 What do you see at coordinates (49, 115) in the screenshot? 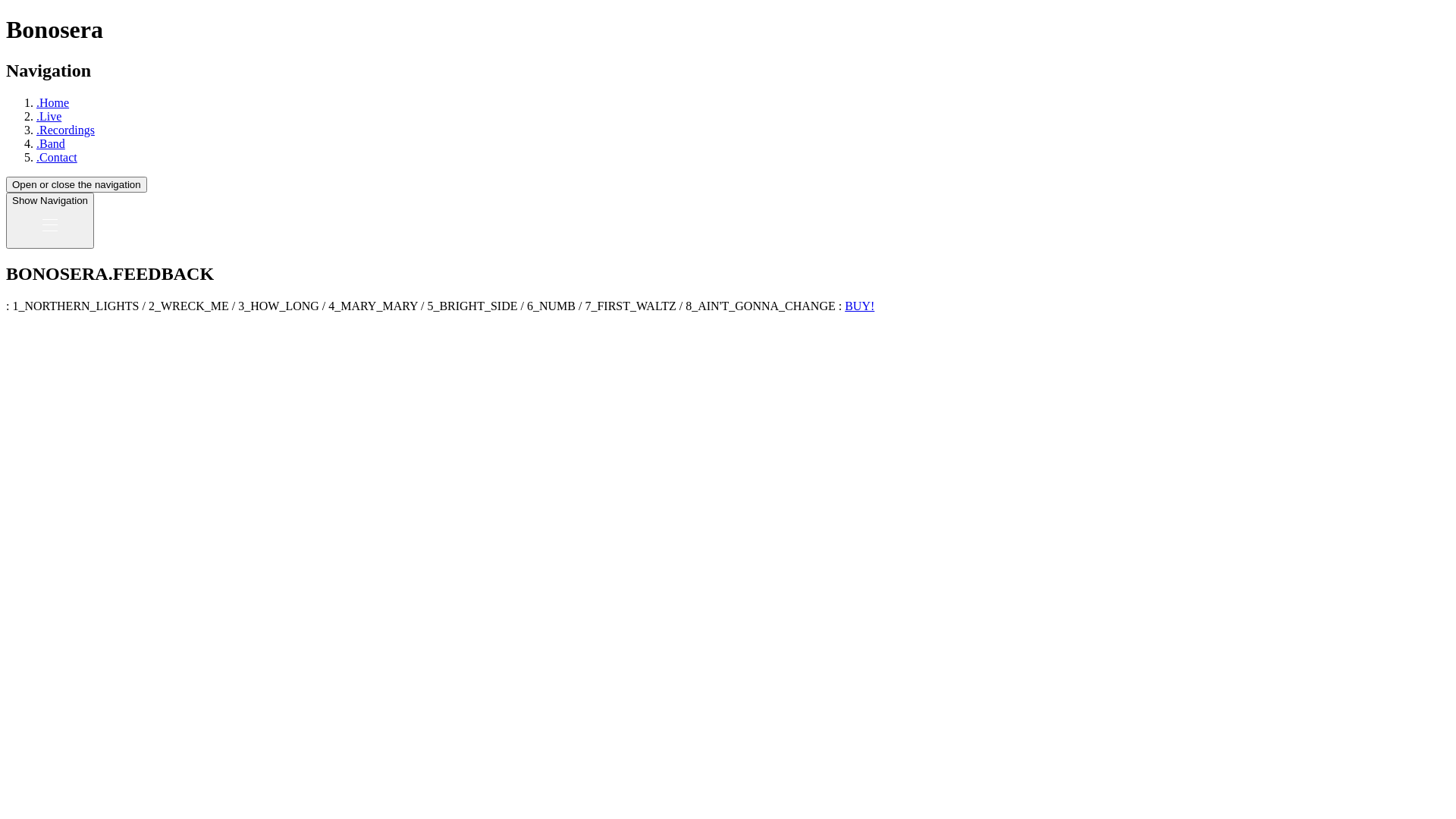
I see `'.Live'` at bounding box center [49, 115].